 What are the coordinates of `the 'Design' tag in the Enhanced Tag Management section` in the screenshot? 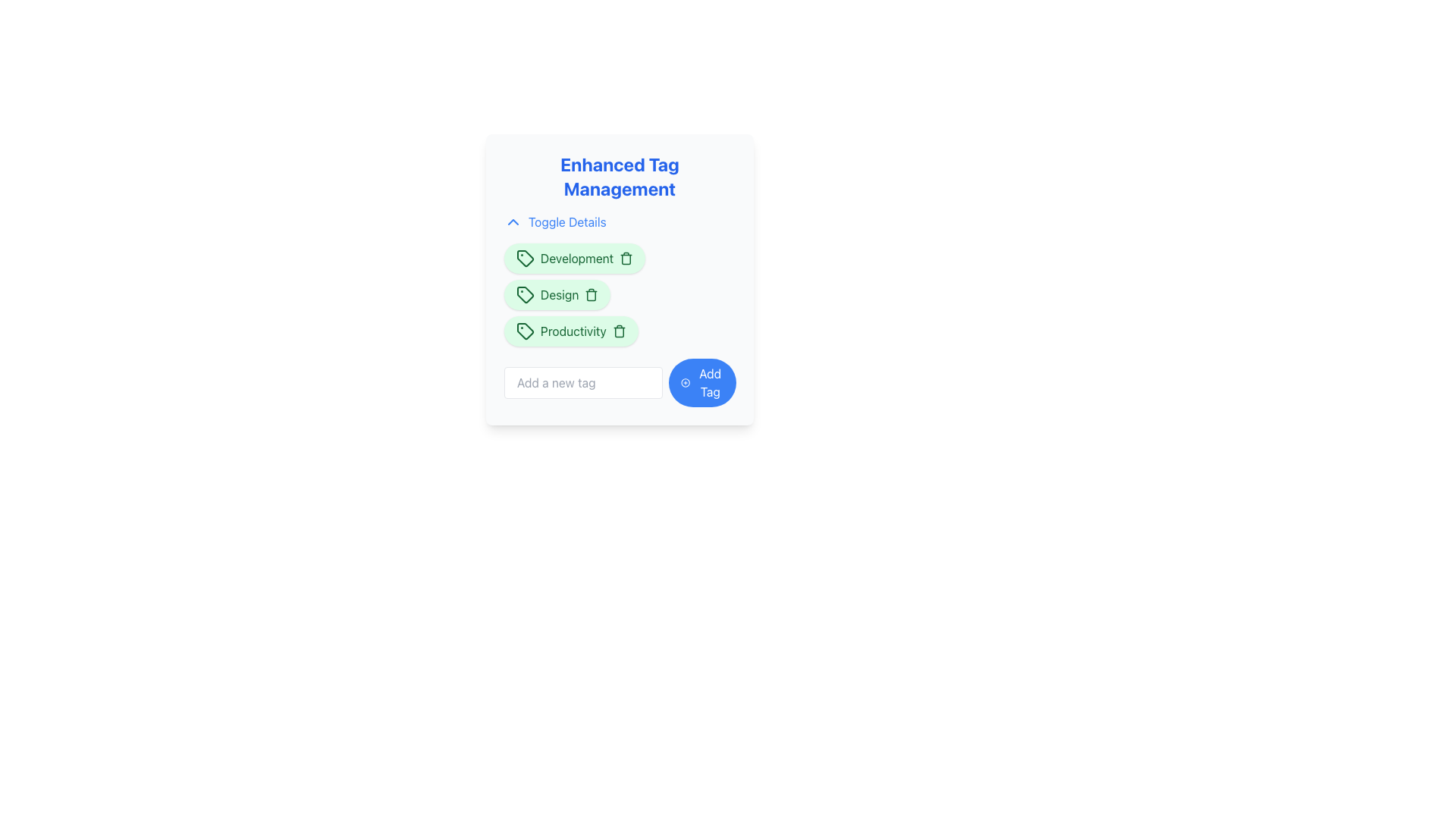 It's located at (557, 295).